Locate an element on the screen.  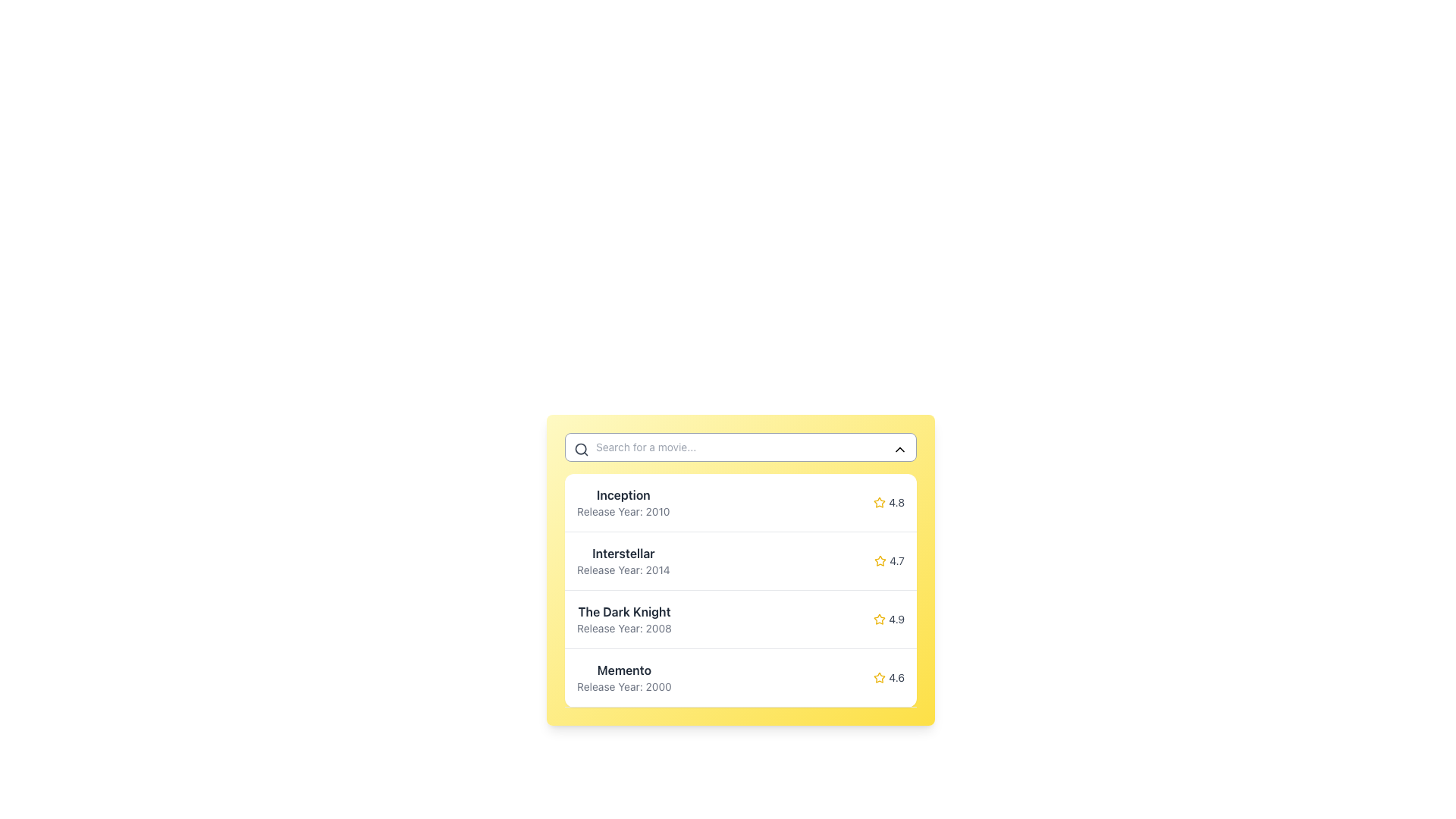
text block containing 'Memento' and 'Release Year: 2000', which is located beneath 'The Dark Knight Release Year: 2008' and above the rating star '4.6' is located at coordinates (624, 677).